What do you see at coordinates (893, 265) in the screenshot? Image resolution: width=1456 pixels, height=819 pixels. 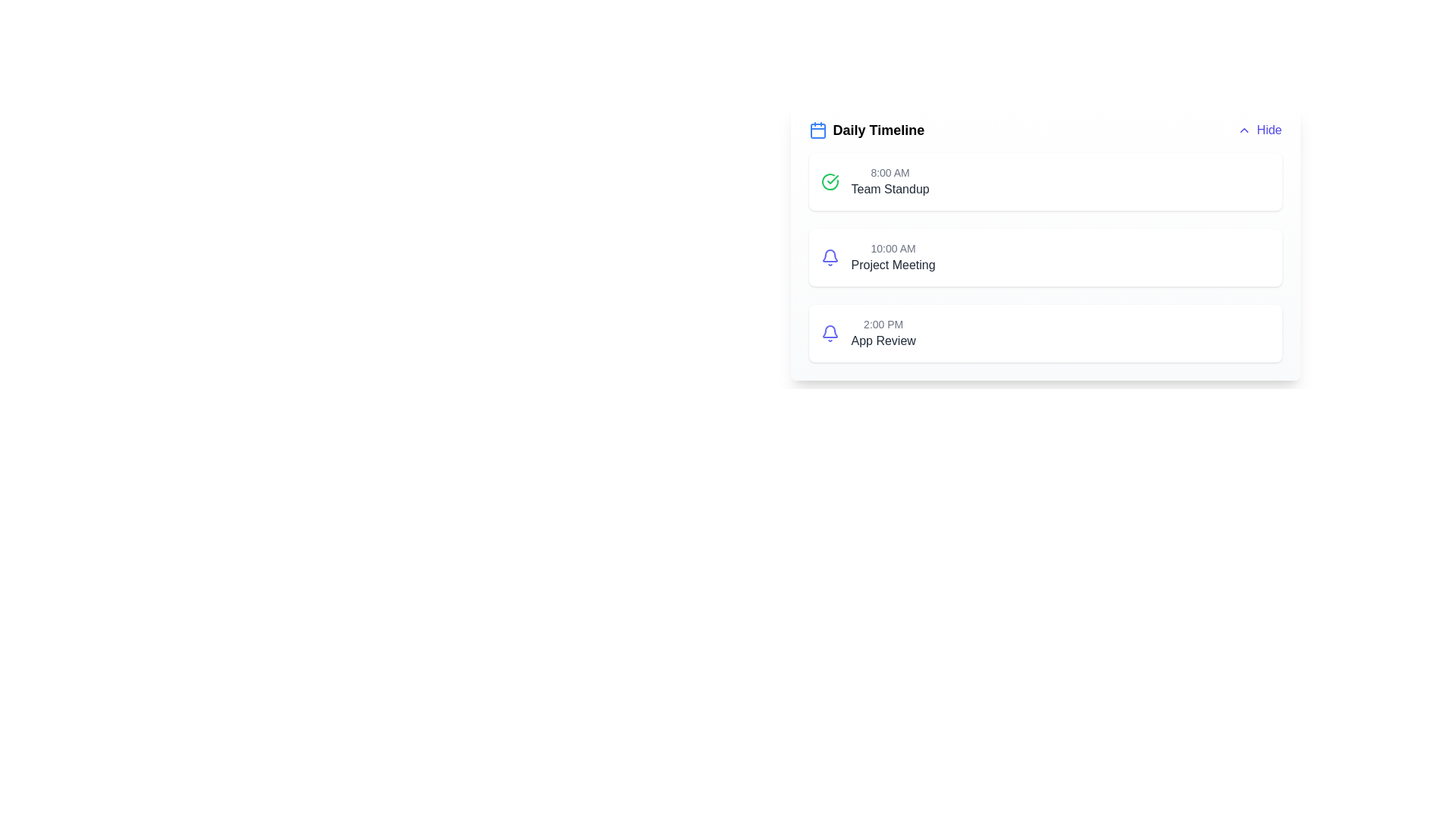 I see `the text label that describes an event or task scheduled at 10:00 AM, positioned directly below the time label and aligned horizontally with it` at bounding box center [893, 265].